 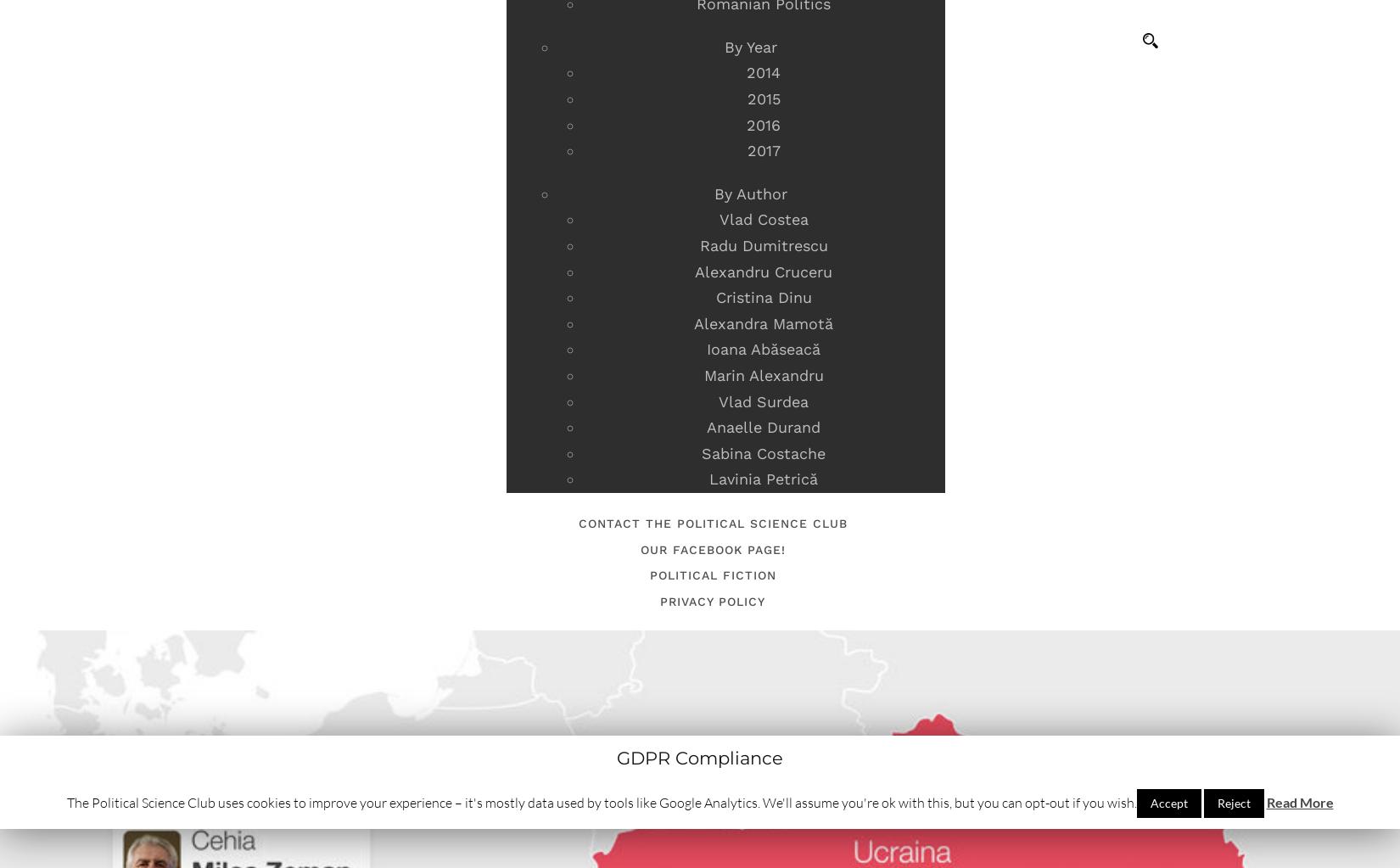 I want to click on 'Contact The Political Science Club', so click(x=712, y=522).